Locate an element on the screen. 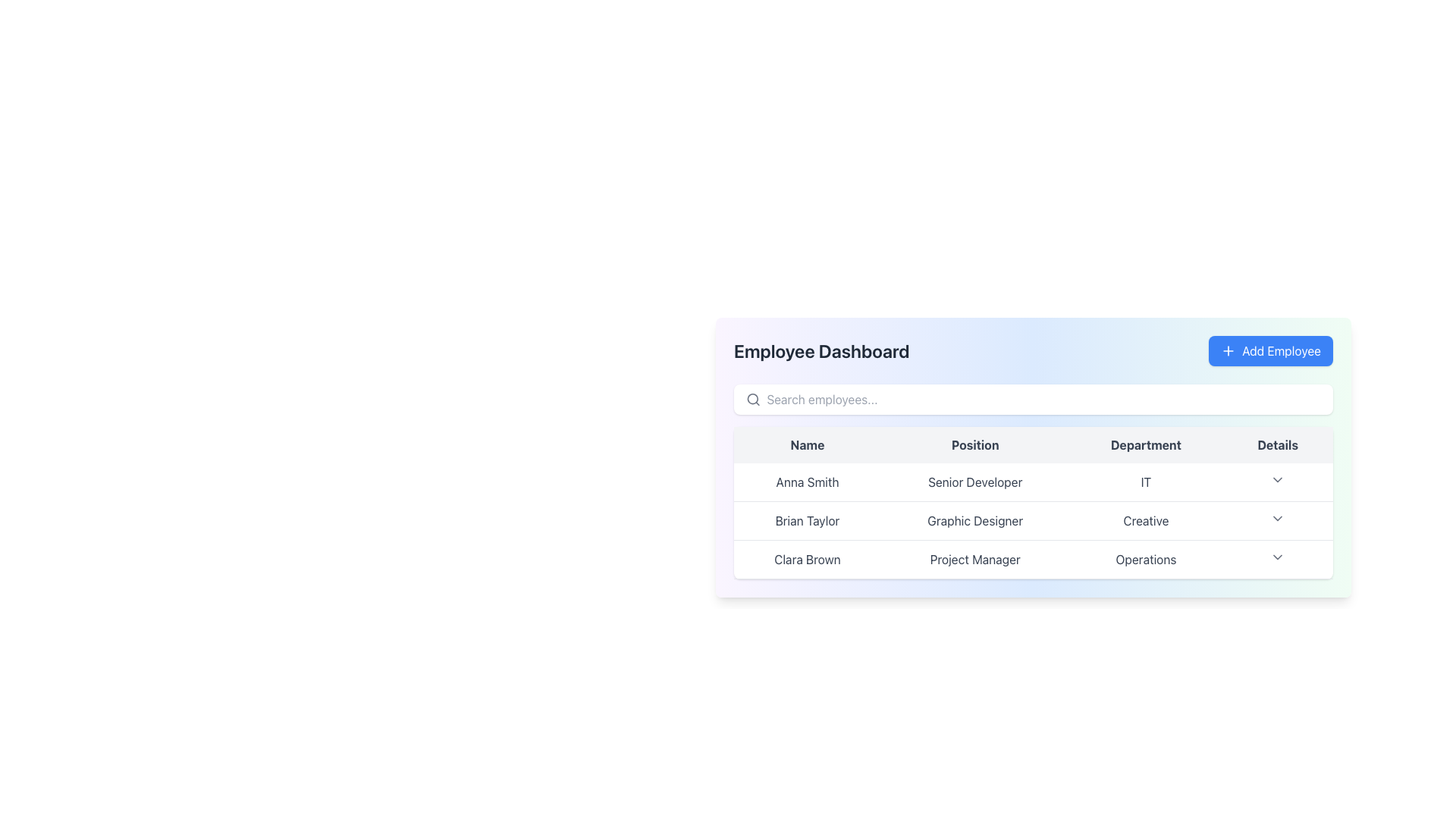  the text label 'Details' which is the fourth header in the table, styled in bold and dark color, positioned at the right end of the table header row is located at coordinates (1277, 444).